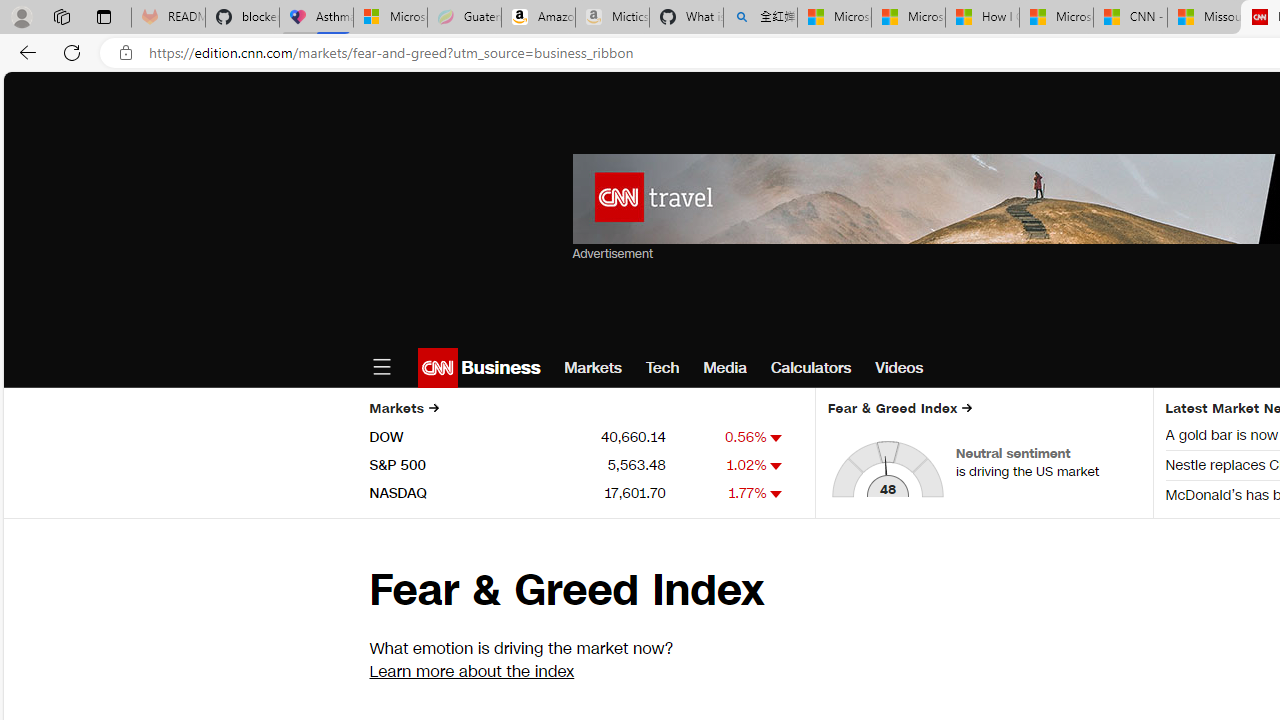  I want to click on 'Asthma Inhalers: Names and Types', so click(315, 17).